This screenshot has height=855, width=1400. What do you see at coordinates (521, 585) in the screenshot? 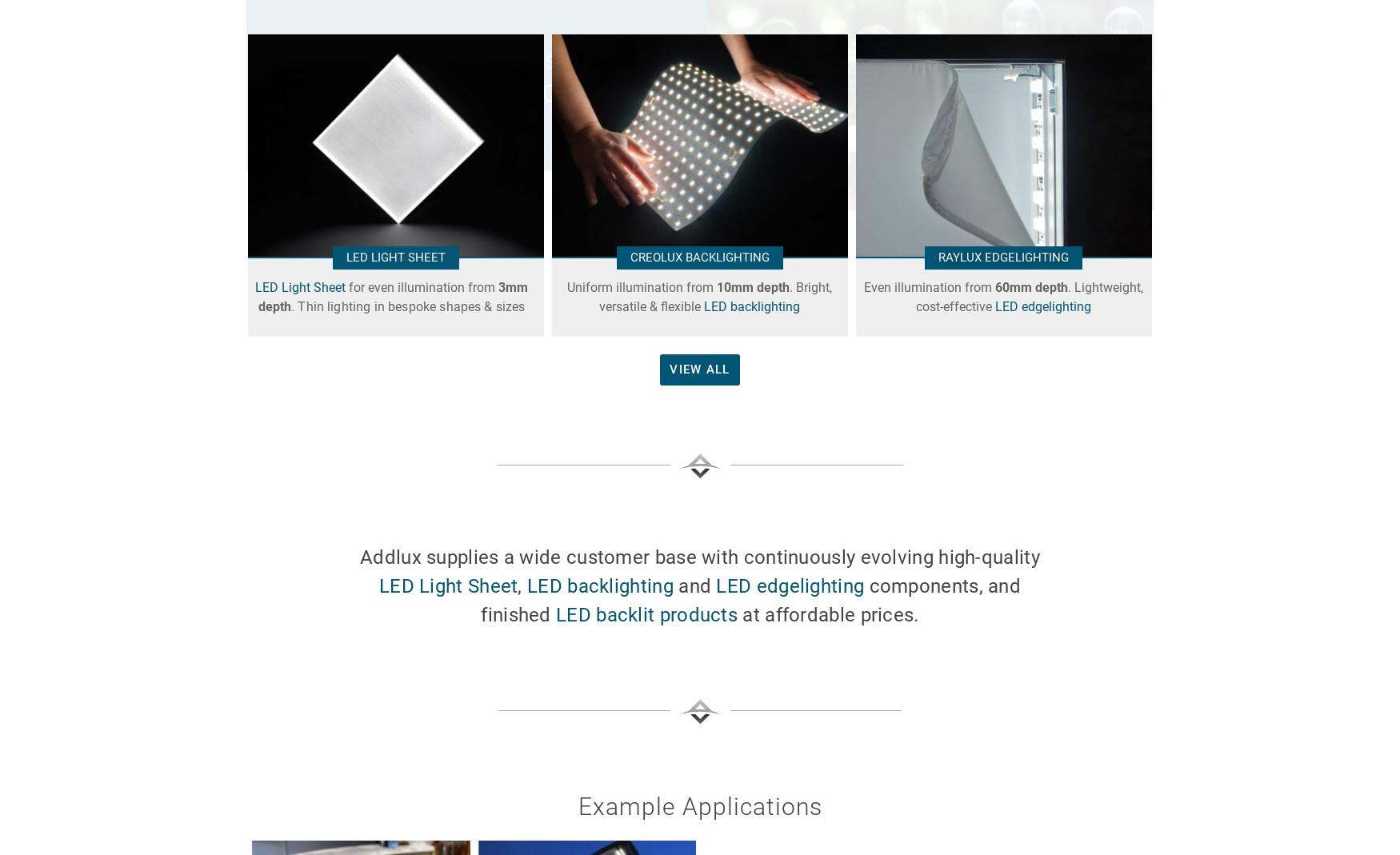
I see `','` at bounding box center [521, 585].